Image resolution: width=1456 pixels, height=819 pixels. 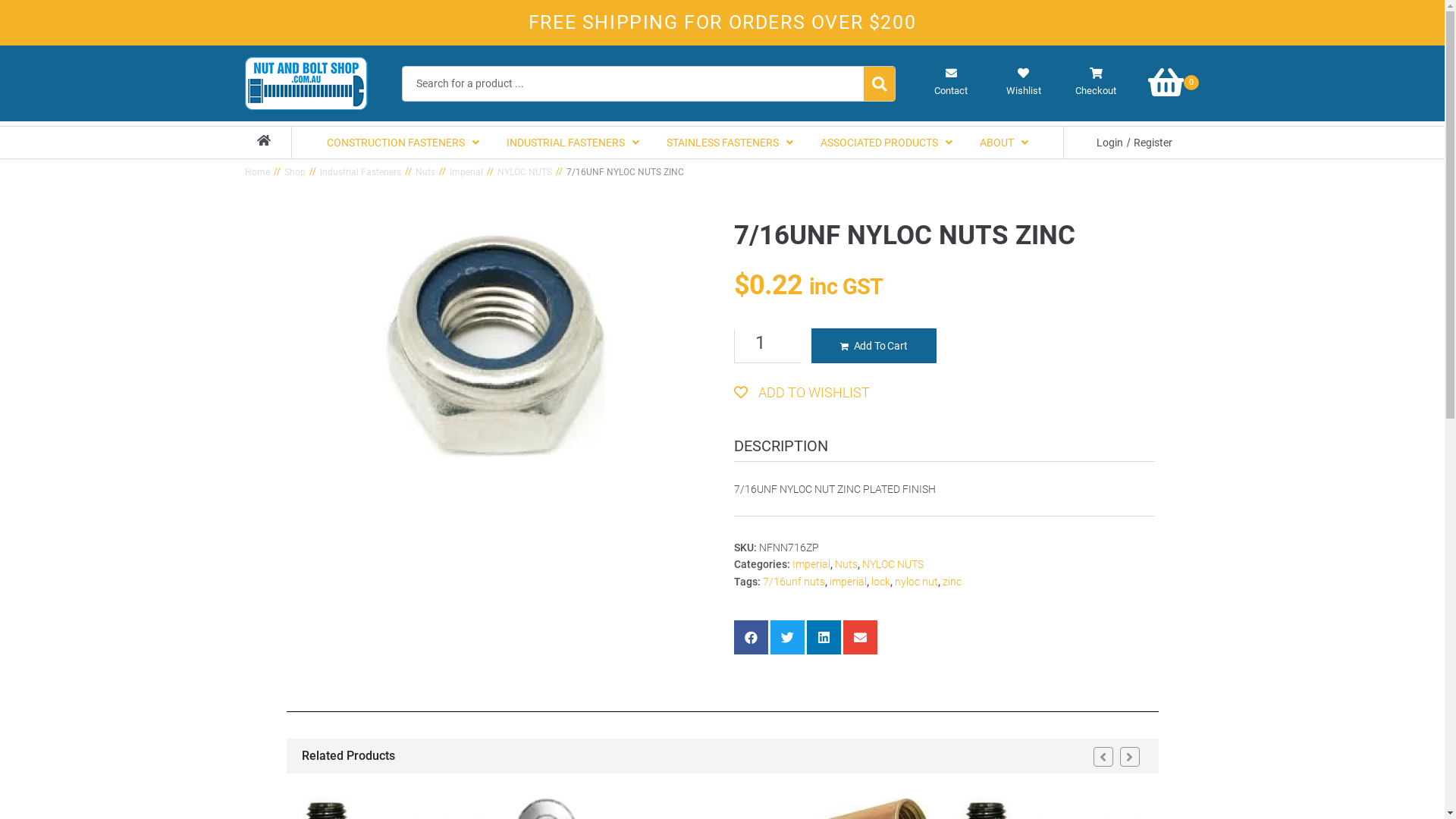 I want to click on 'STAINLESS FASTENERS', so click(x=652, y=143).